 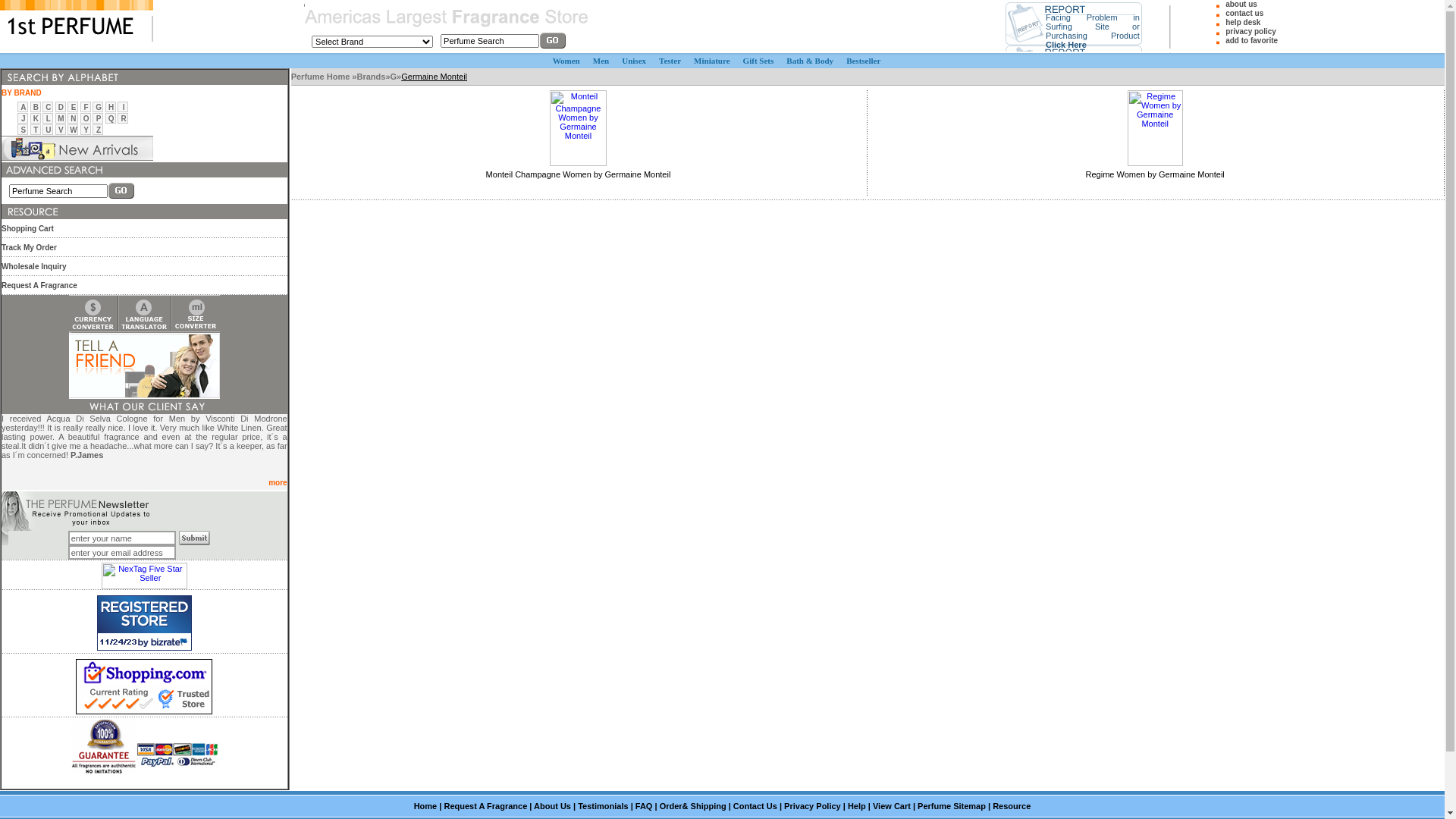 What do you see at coordinates (36, 106) in the screenshot?
I see `'B'` at bounding box center [36, 106].